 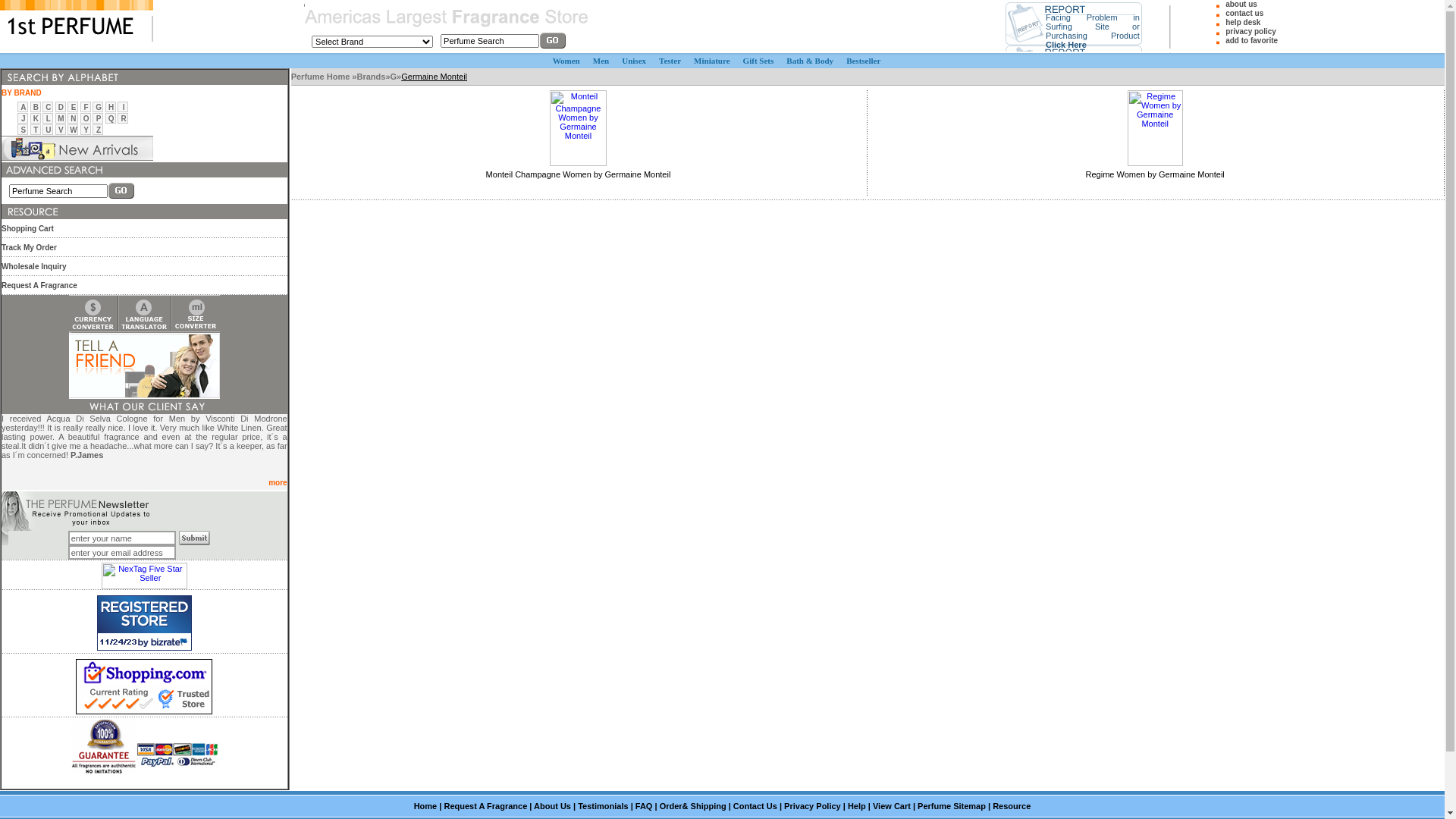 What do you see at coordinates (36, 106) in the screenshot?
I see `'B'` at bounding box center [36, 106].